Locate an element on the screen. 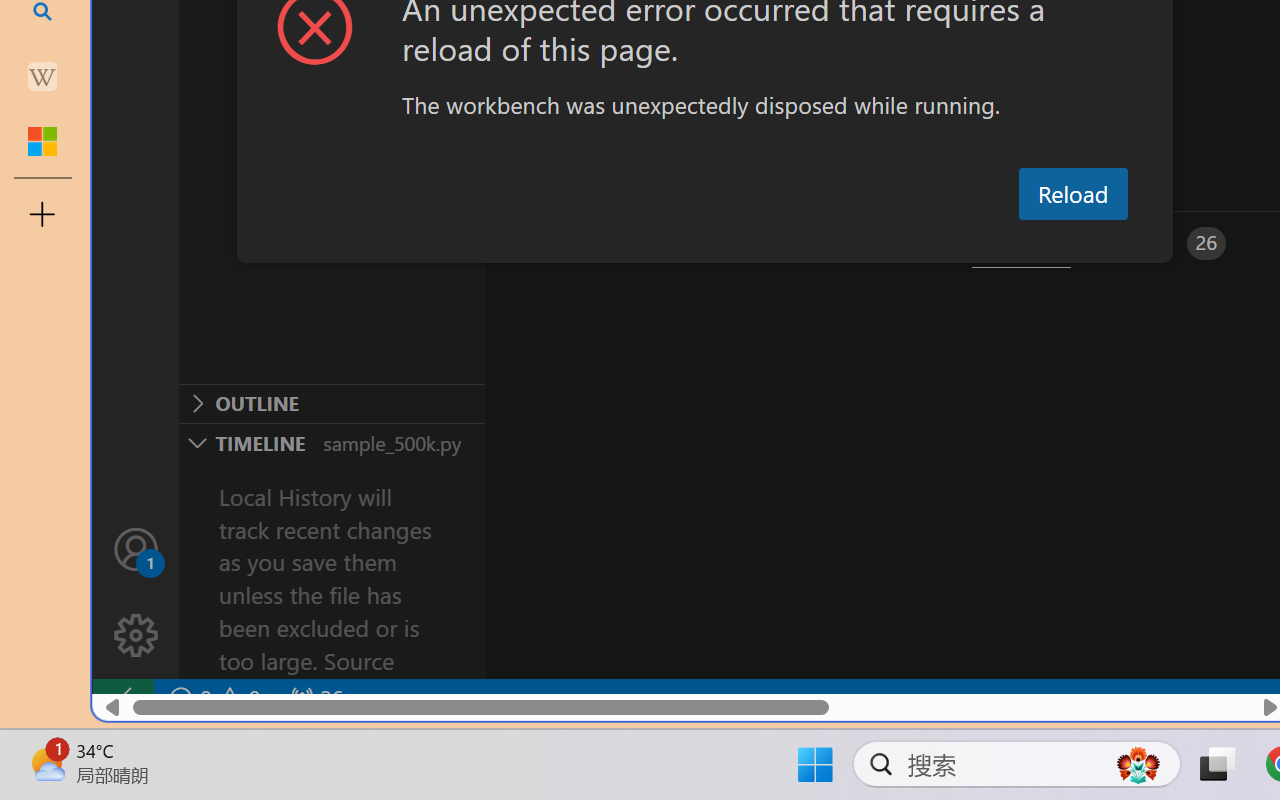 The width and height of the screenshot is (1280, 800). 'No Problems' is located at coordinates (213, 698).